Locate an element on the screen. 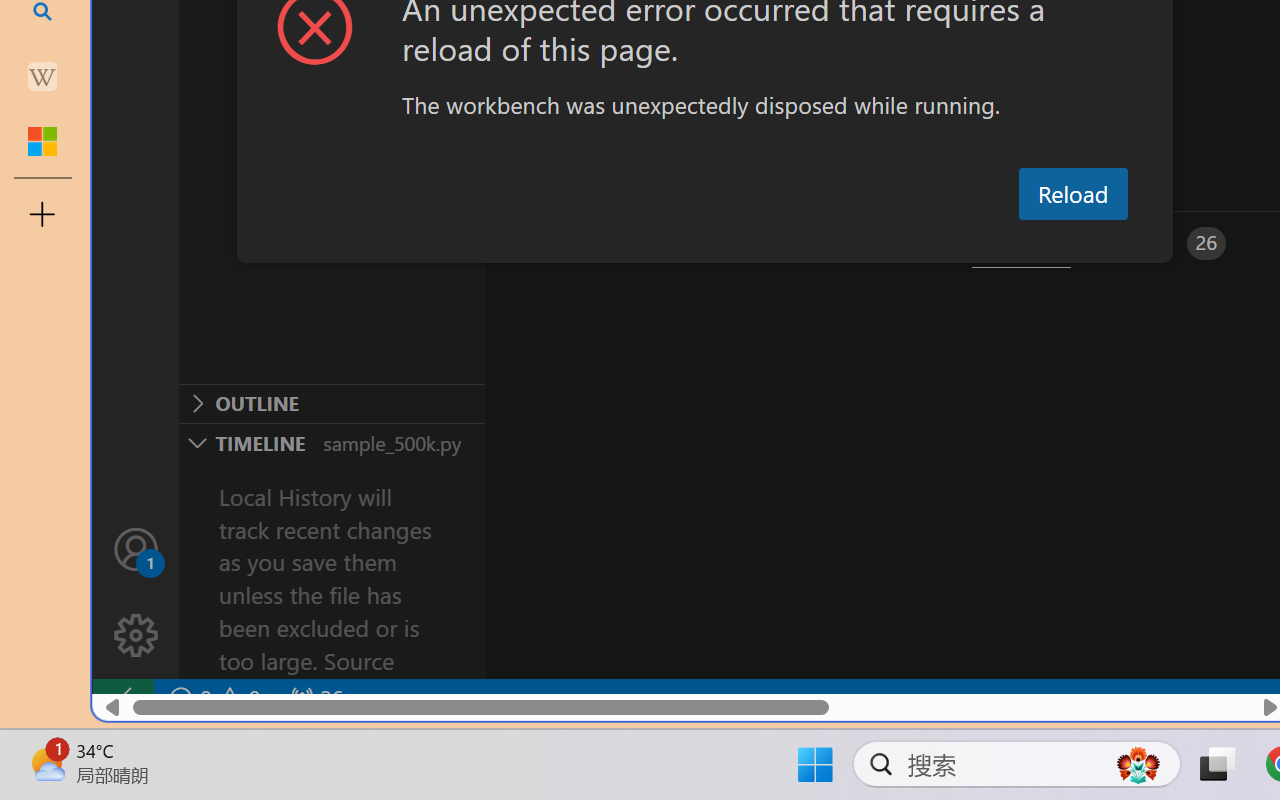 The width and height of the screenshot is (1280, 800). 'No Problems' is located at coordinates (213, 698).